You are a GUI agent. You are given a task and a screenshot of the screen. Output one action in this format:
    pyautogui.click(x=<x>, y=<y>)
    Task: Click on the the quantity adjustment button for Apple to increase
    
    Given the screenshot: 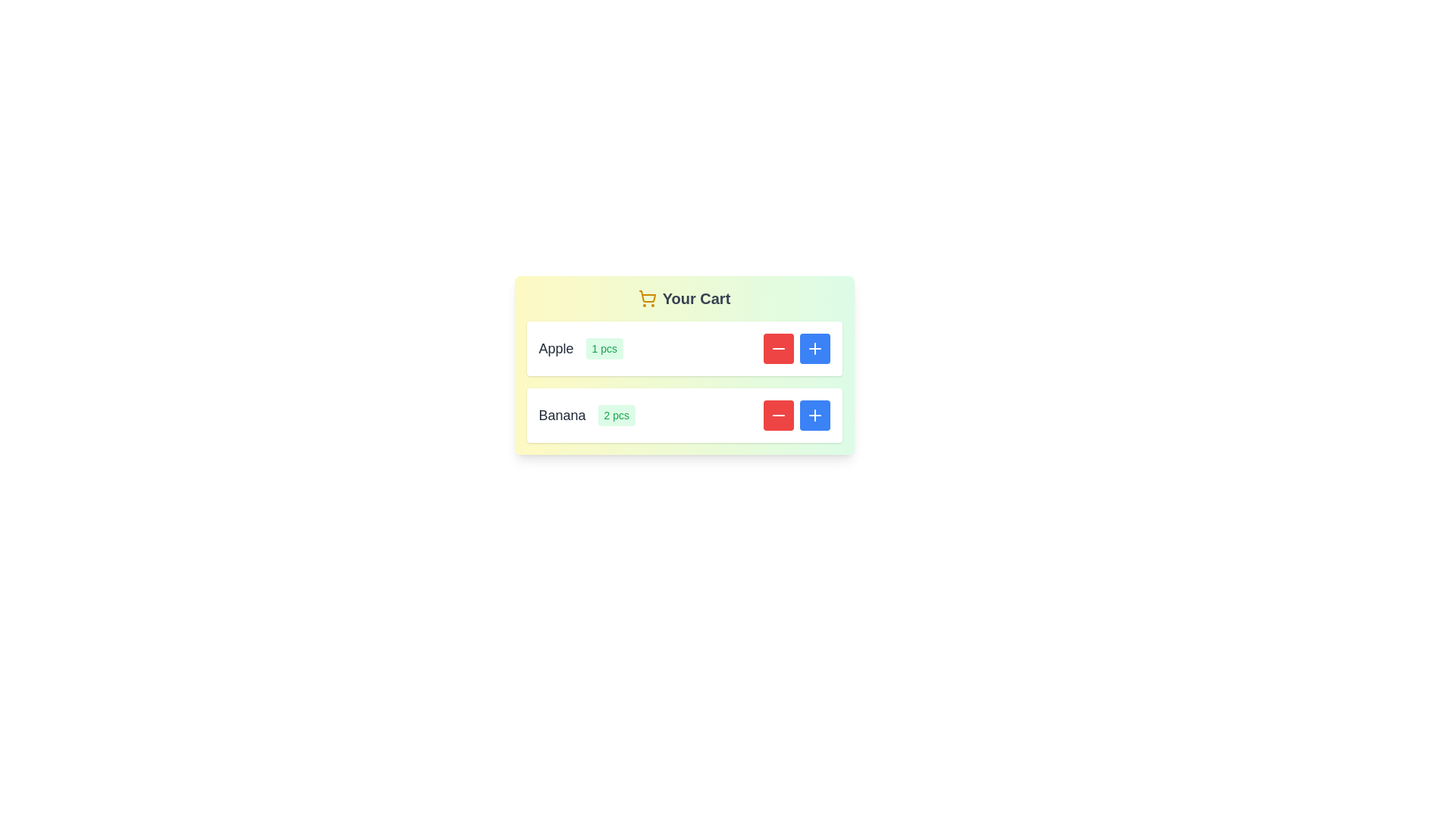 What is the action you would take?
    pyautogui.click(x=814, y=348)
    